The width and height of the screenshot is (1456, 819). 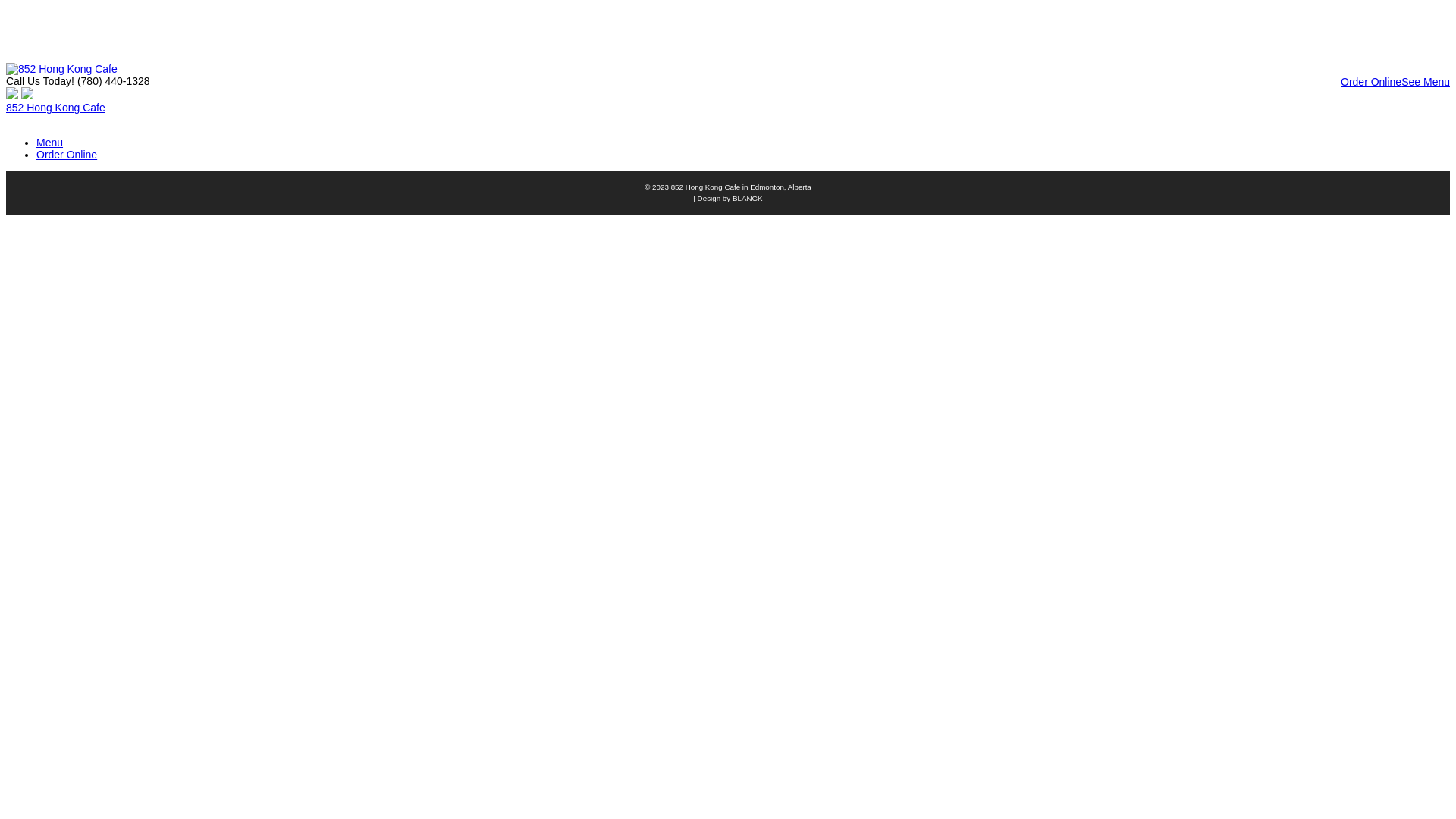 I want to click on 'Order Online', so click(x=1371, y=82).